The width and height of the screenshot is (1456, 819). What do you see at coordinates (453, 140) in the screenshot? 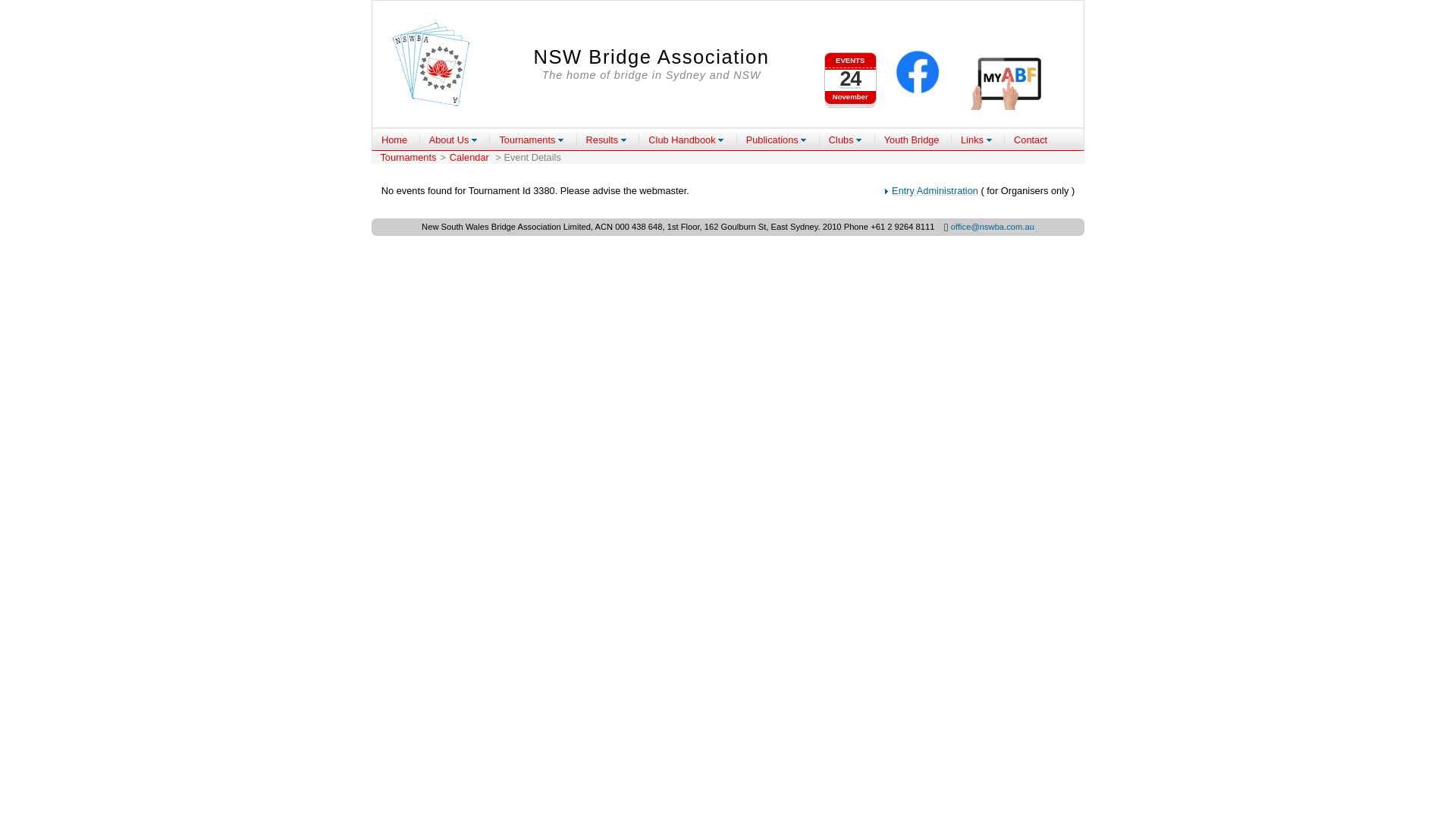
I see `'About Us'` at bounding box center [453, 140].